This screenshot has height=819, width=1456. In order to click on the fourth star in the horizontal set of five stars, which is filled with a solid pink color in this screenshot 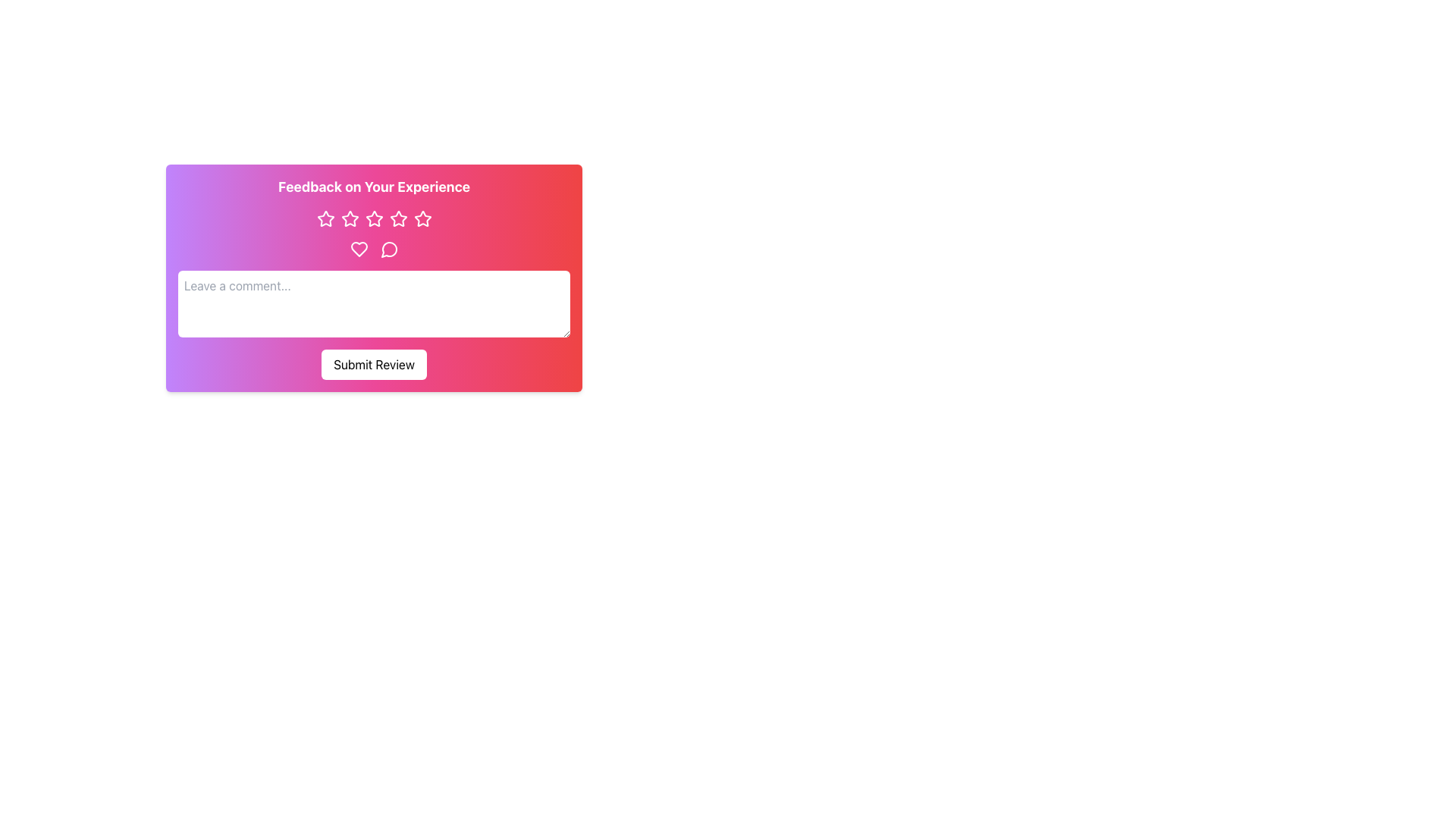, I will do `click(398, 218)`.